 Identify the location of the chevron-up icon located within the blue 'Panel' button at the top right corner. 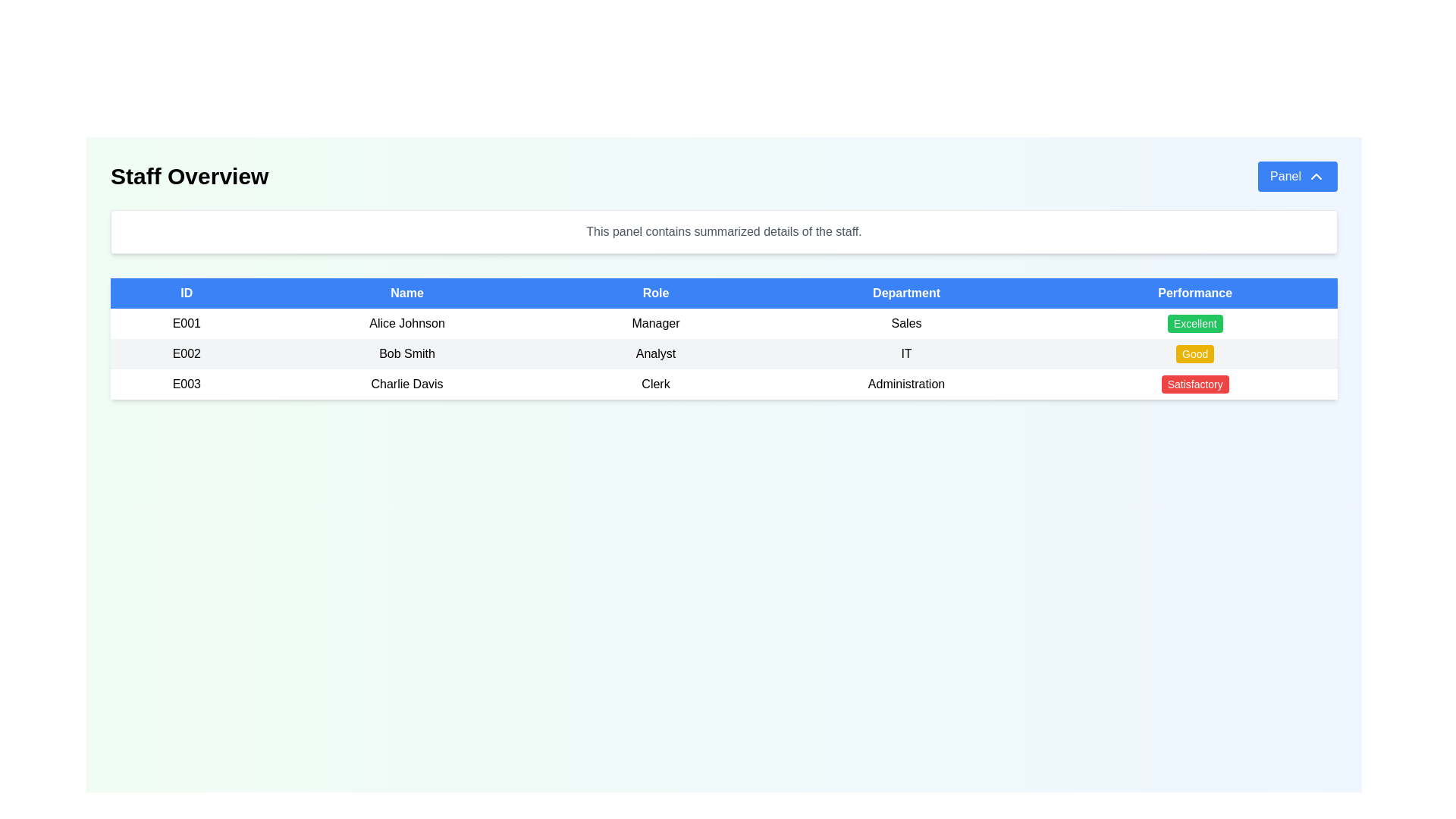
(1316, 175).